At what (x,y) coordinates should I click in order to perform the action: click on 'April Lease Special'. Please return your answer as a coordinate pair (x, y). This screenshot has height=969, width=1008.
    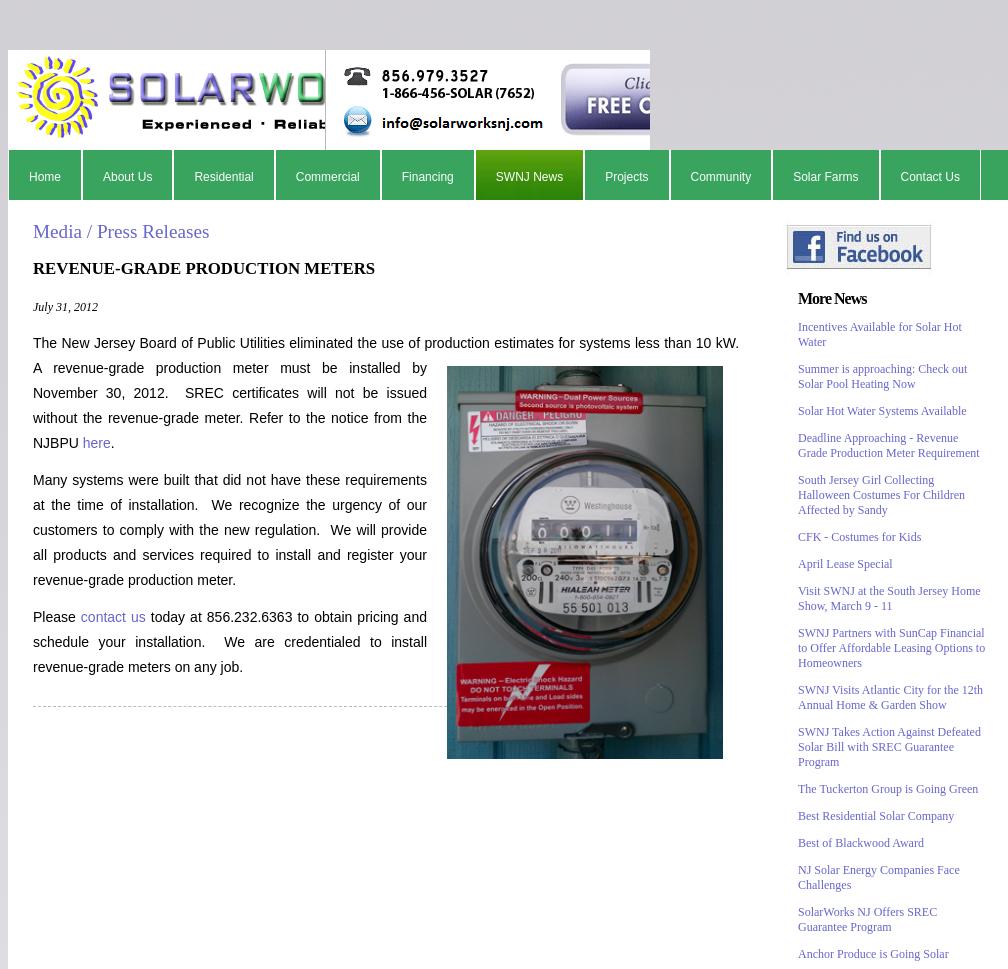
    Looking at the image, I should click on (845, 563).